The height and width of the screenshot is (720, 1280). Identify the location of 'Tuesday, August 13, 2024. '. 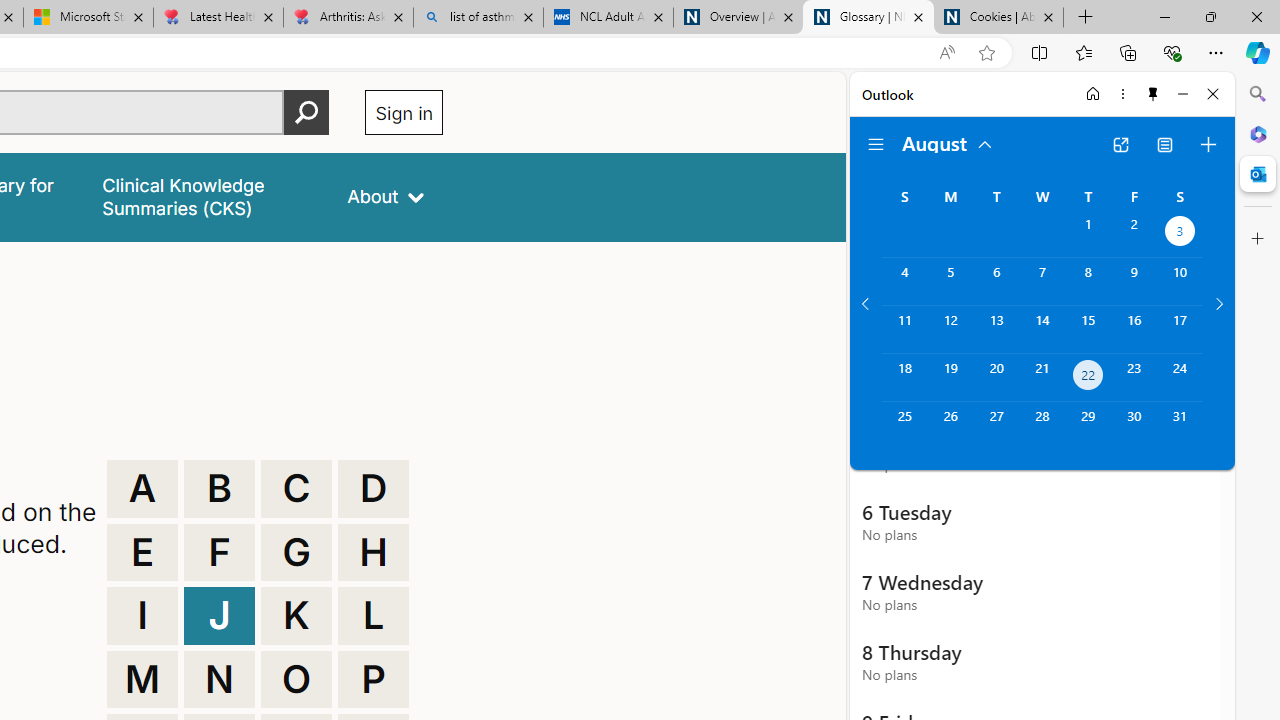
(996, 328).